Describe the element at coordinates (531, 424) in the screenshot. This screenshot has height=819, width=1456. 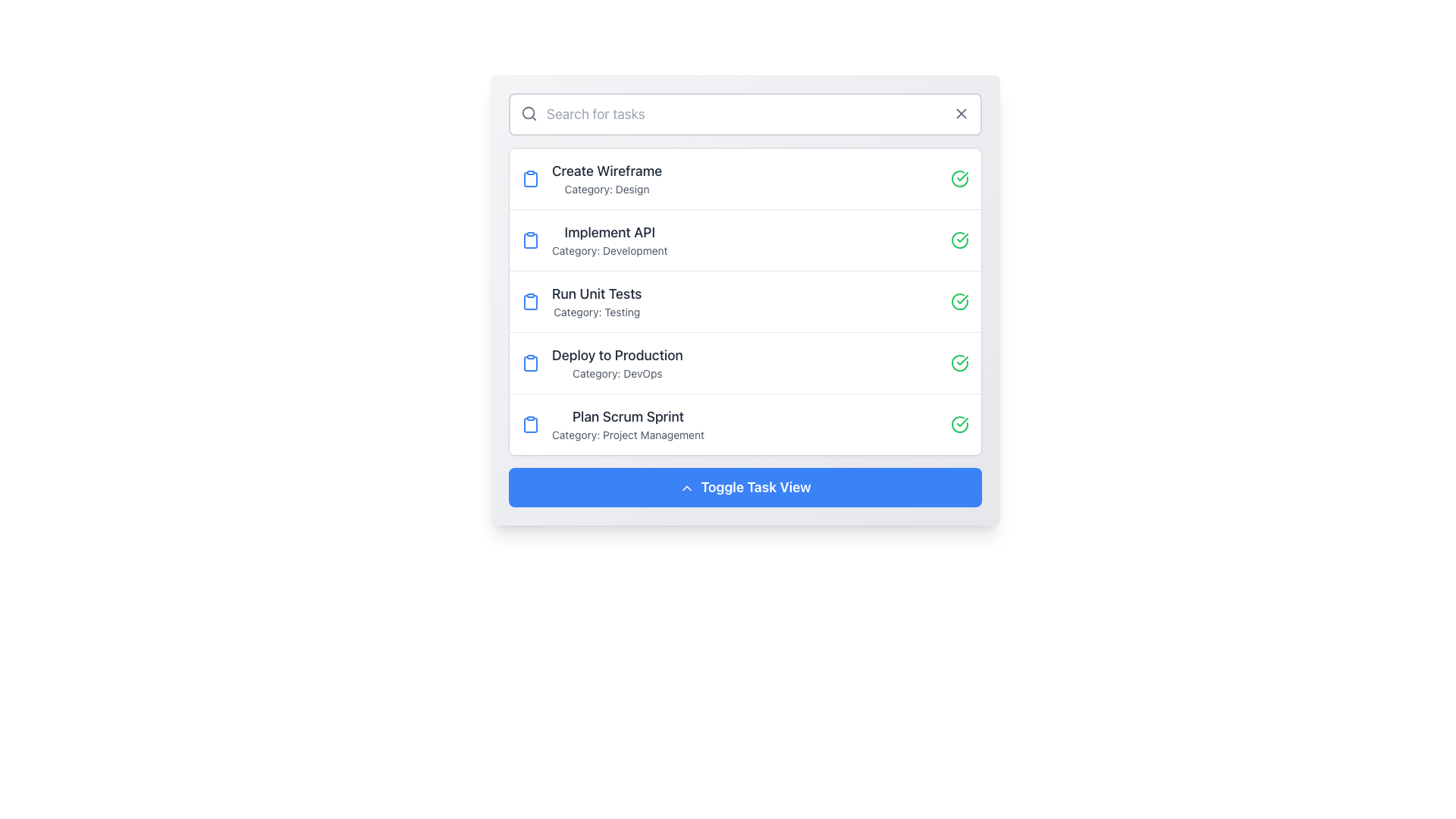
I see `the fifth clipboard icon on the left side of the row representing the task 'Plan Scrum Sprint'` at that location.